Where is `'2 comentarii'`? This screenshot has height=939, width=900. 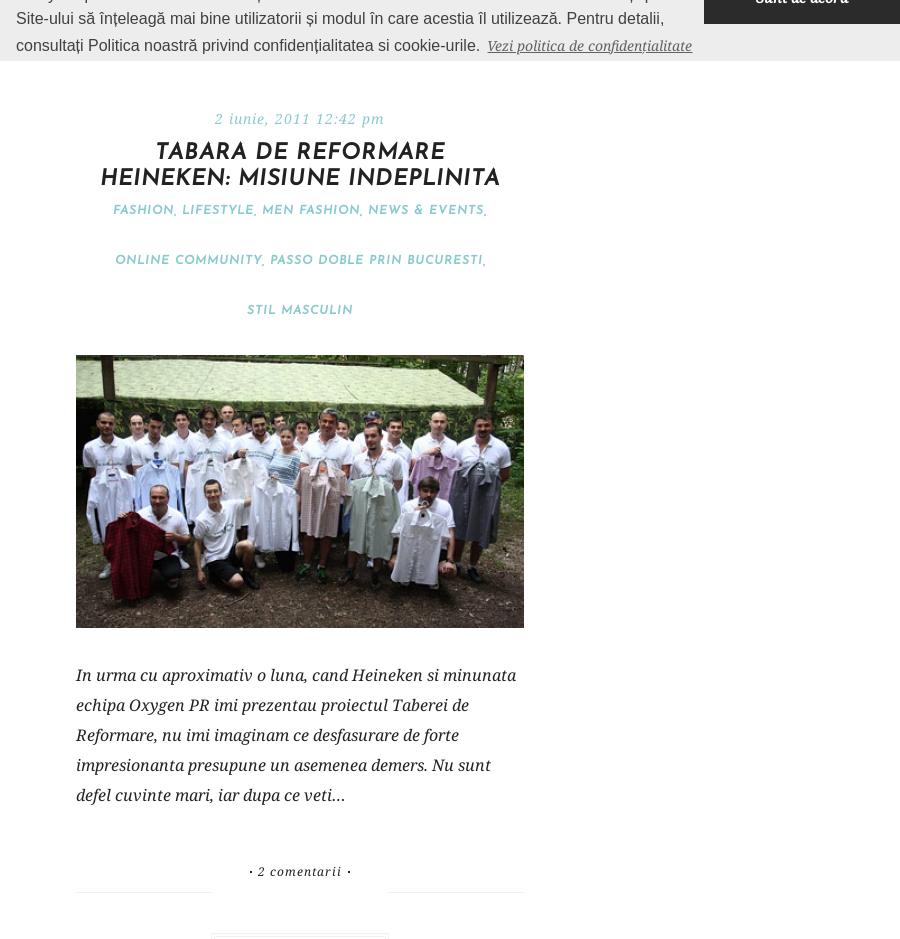
'2 comentarii' is located at coordinates (298, 871).